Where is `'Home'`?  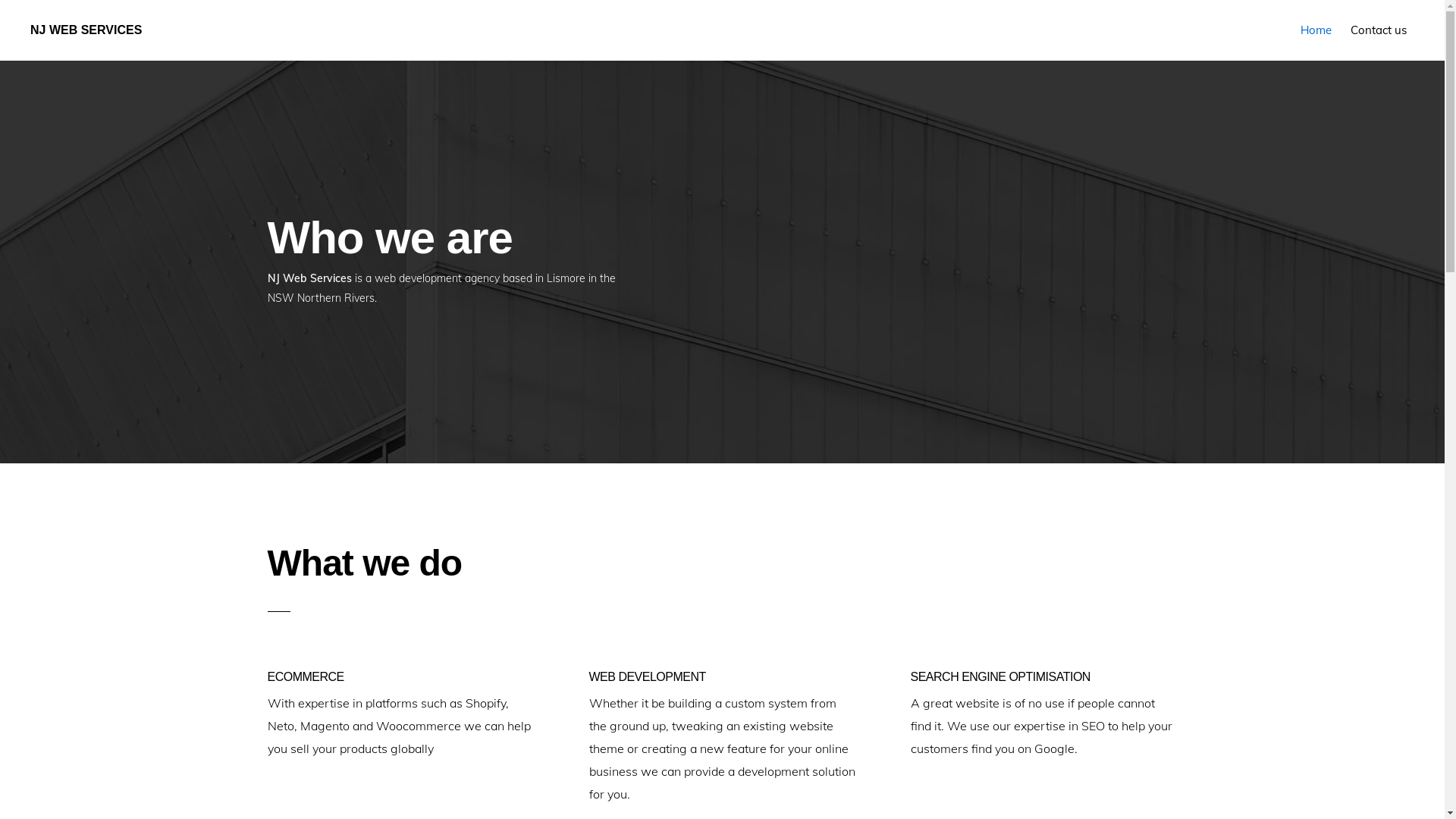
'Home' is located at coordinates (1315, 30).